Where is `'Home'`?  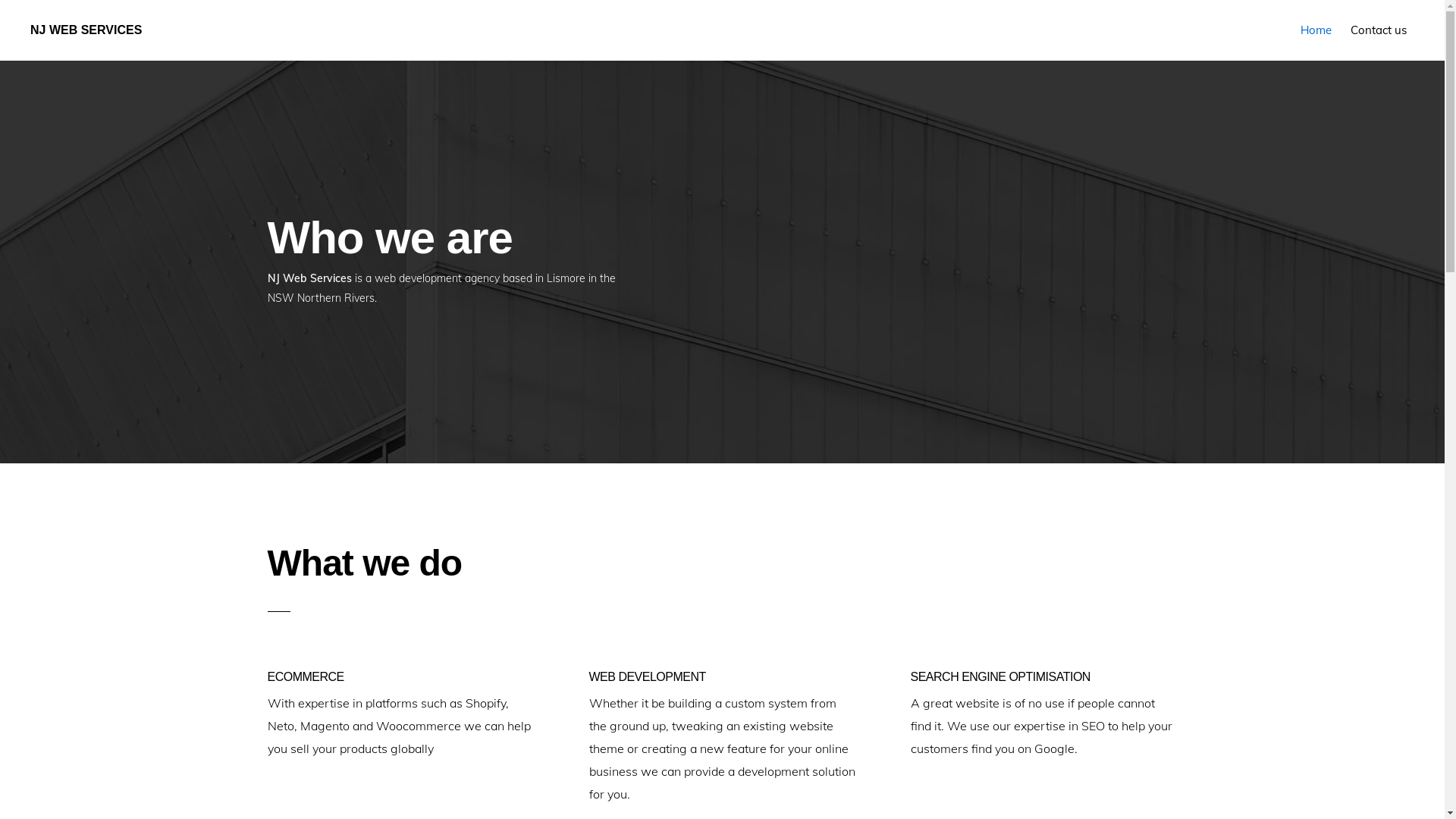
'Home' is located at coordinates (1315, 30).